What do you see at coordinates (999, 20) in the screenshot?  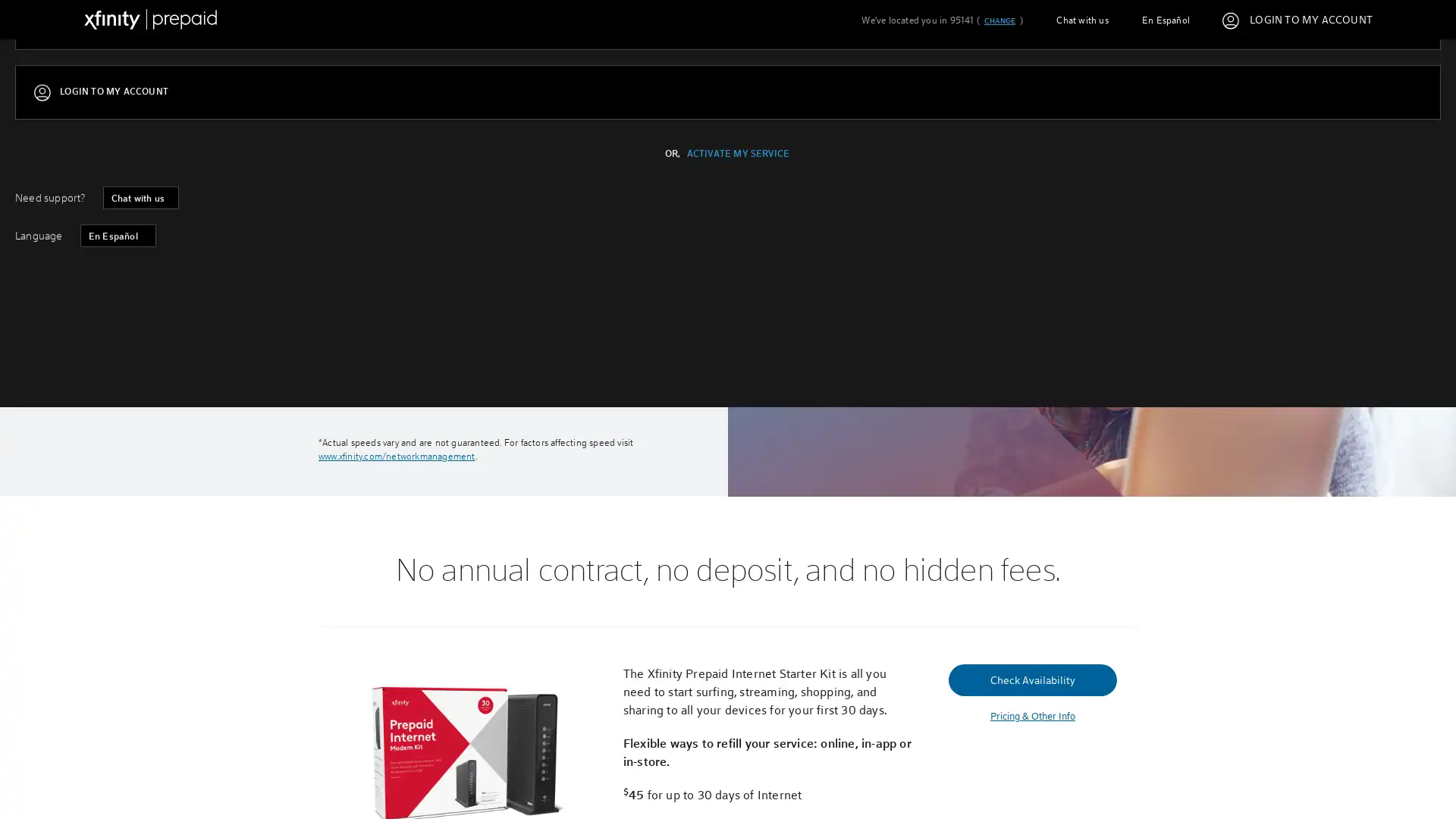 I see `CHANGE` at bounding box center [999, 20].